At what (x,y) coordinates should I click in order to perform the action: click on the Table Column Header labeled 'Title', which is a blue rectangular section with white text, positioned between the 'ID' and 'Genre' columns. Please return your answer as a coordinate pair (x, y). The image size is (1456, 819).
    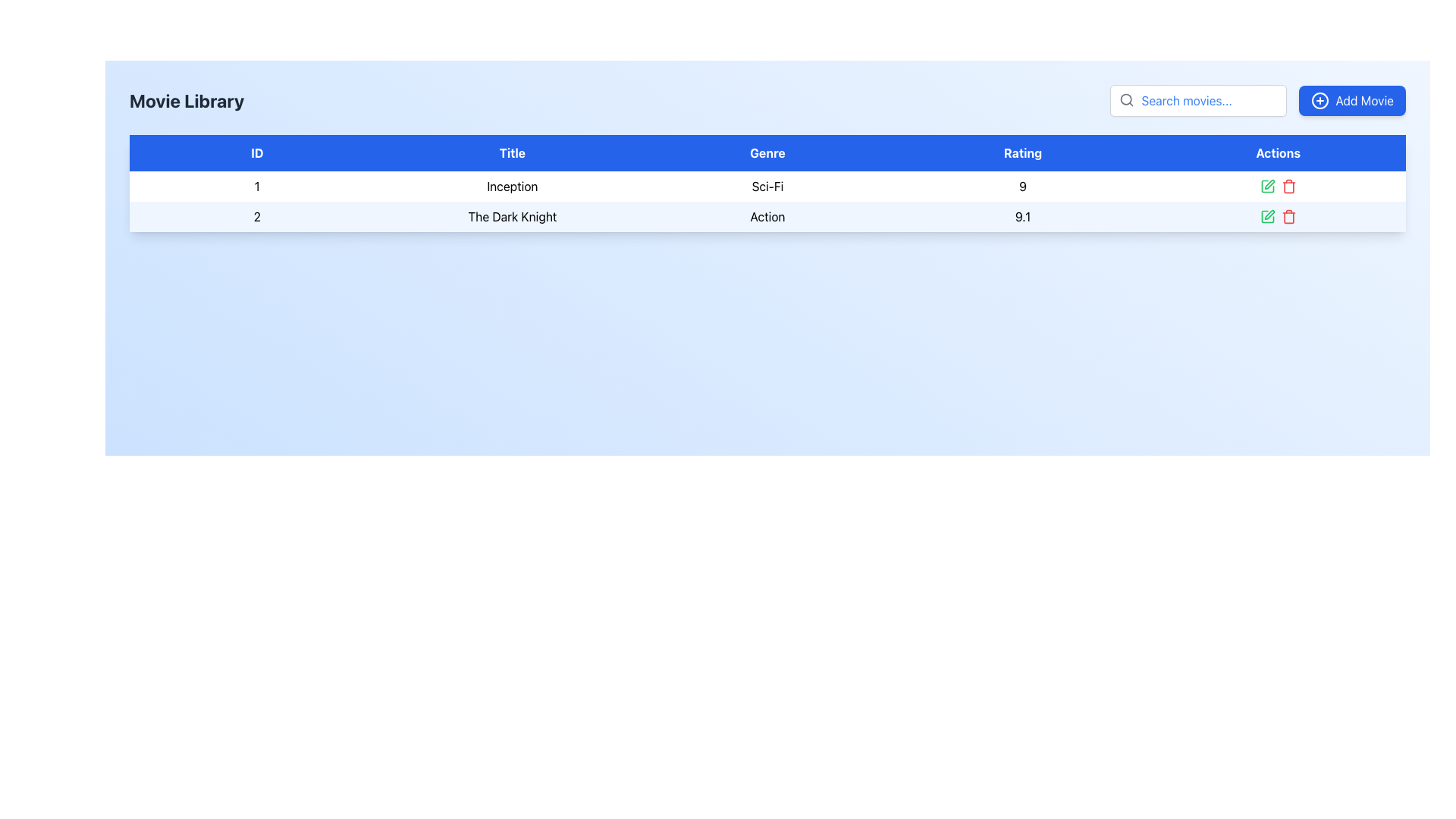
    Looking at the image, I should click on (512, 152).